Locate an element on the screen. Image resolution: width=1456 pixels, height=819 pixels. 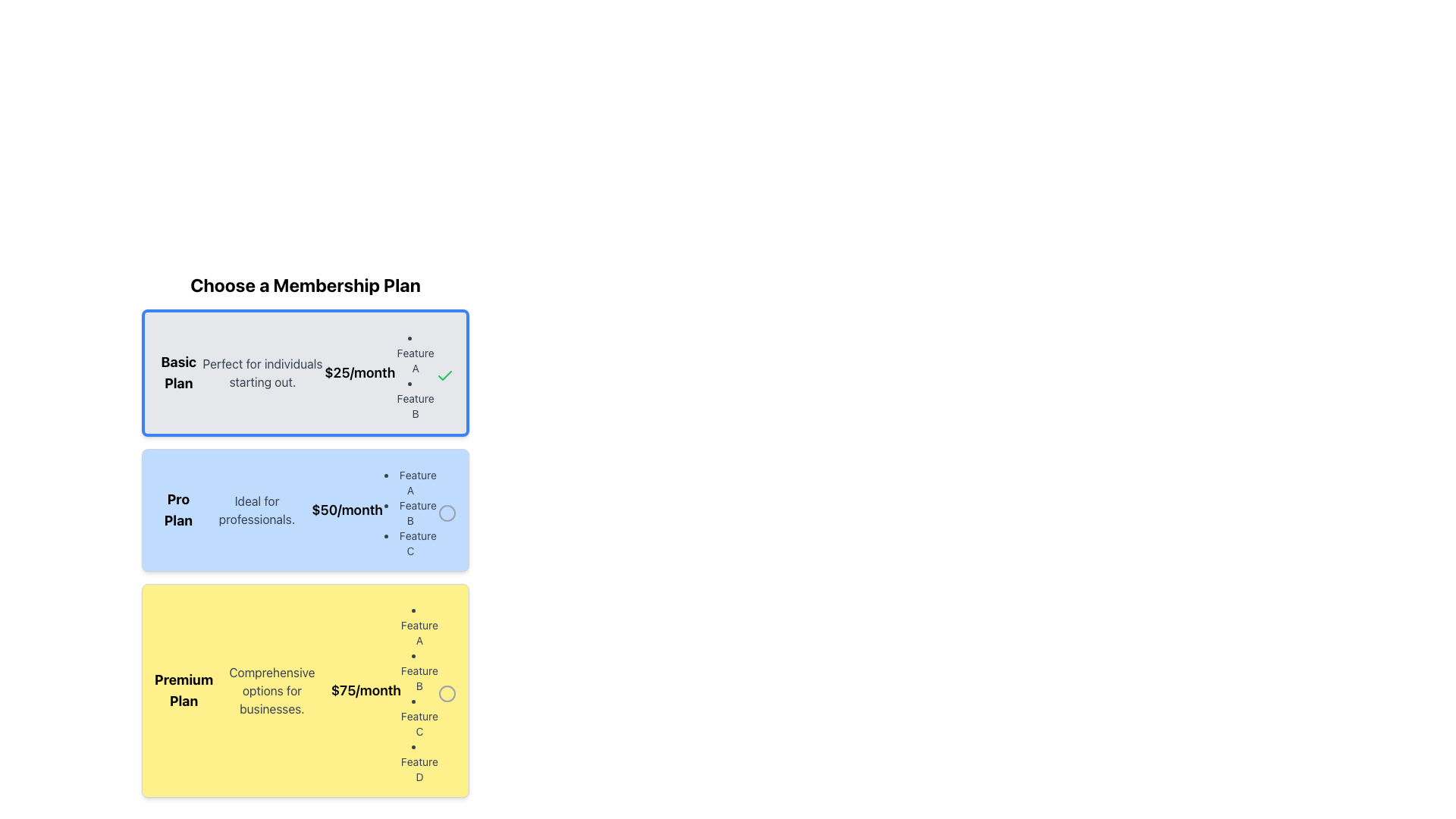
the text label displaying 'Feature A' which is part of the 'Pro Plan' section, located in a bulleted list is located at coordinates (410, 482).